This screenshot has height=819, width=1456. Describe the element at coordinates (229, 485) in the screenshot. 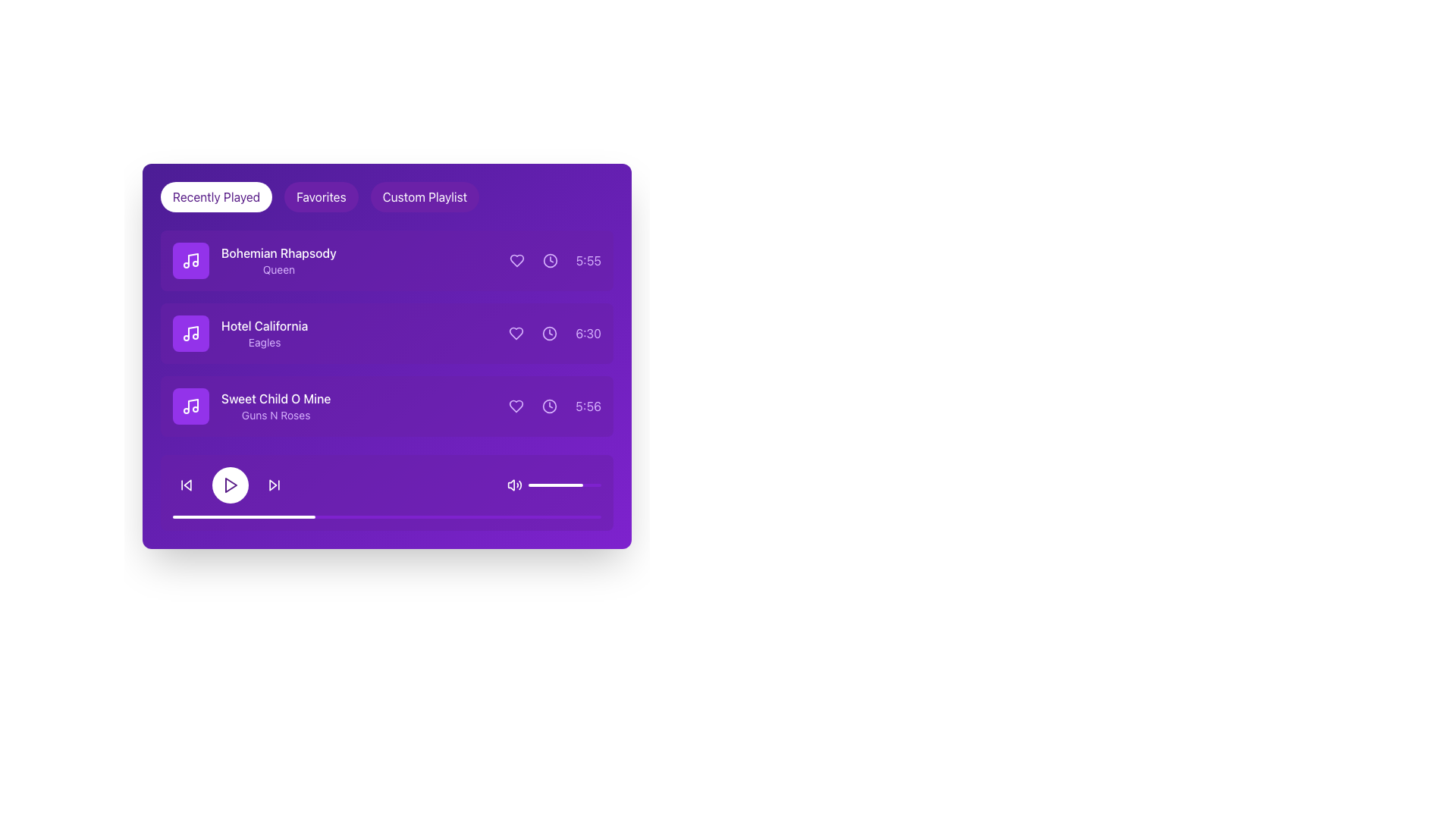

I see `the purple triangular Play button in the media control panel to observe hover effects` at that location.